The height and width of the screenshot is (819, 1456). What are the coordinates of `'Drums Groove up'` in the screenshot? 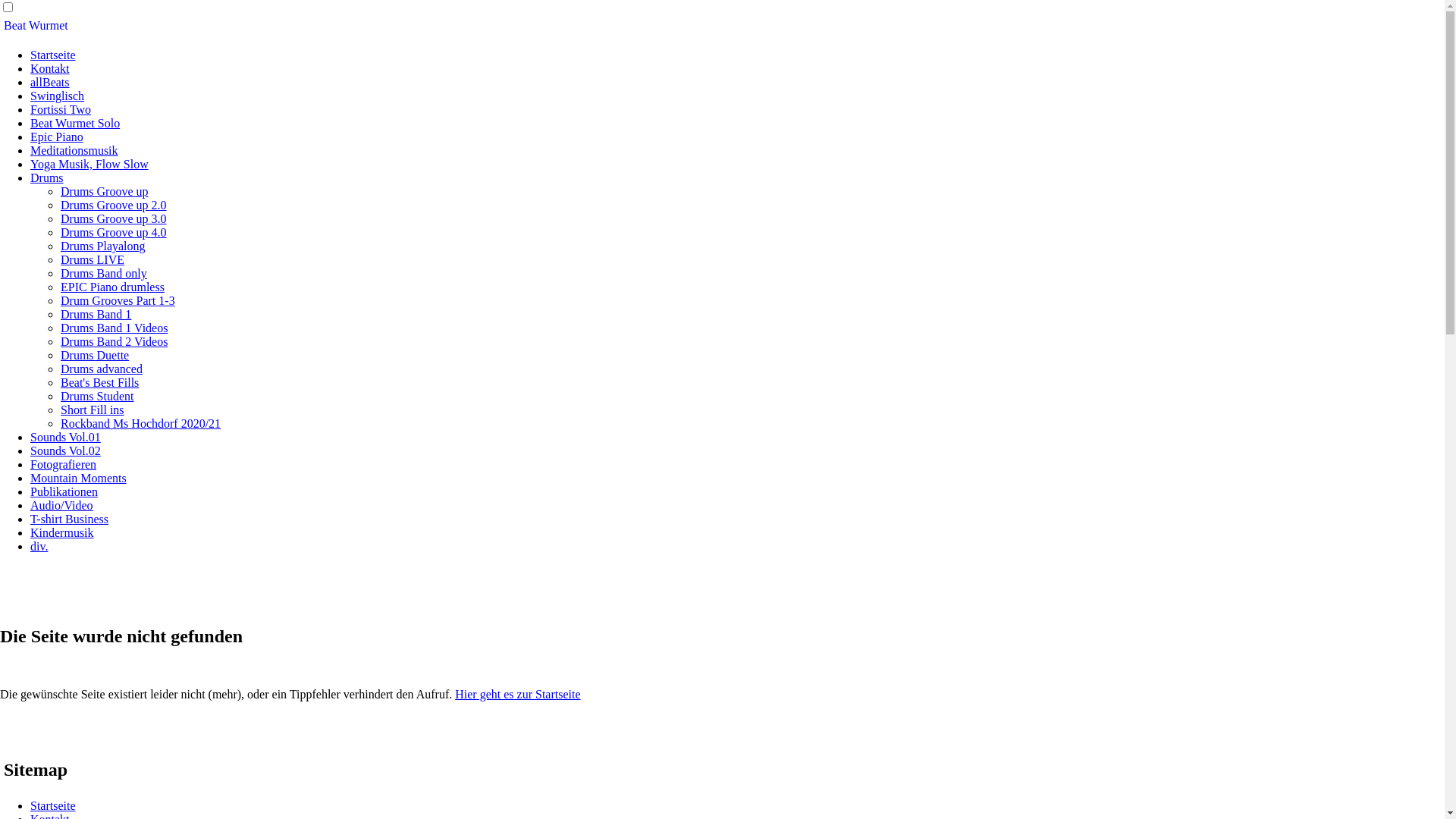 It's located at (61, 190).